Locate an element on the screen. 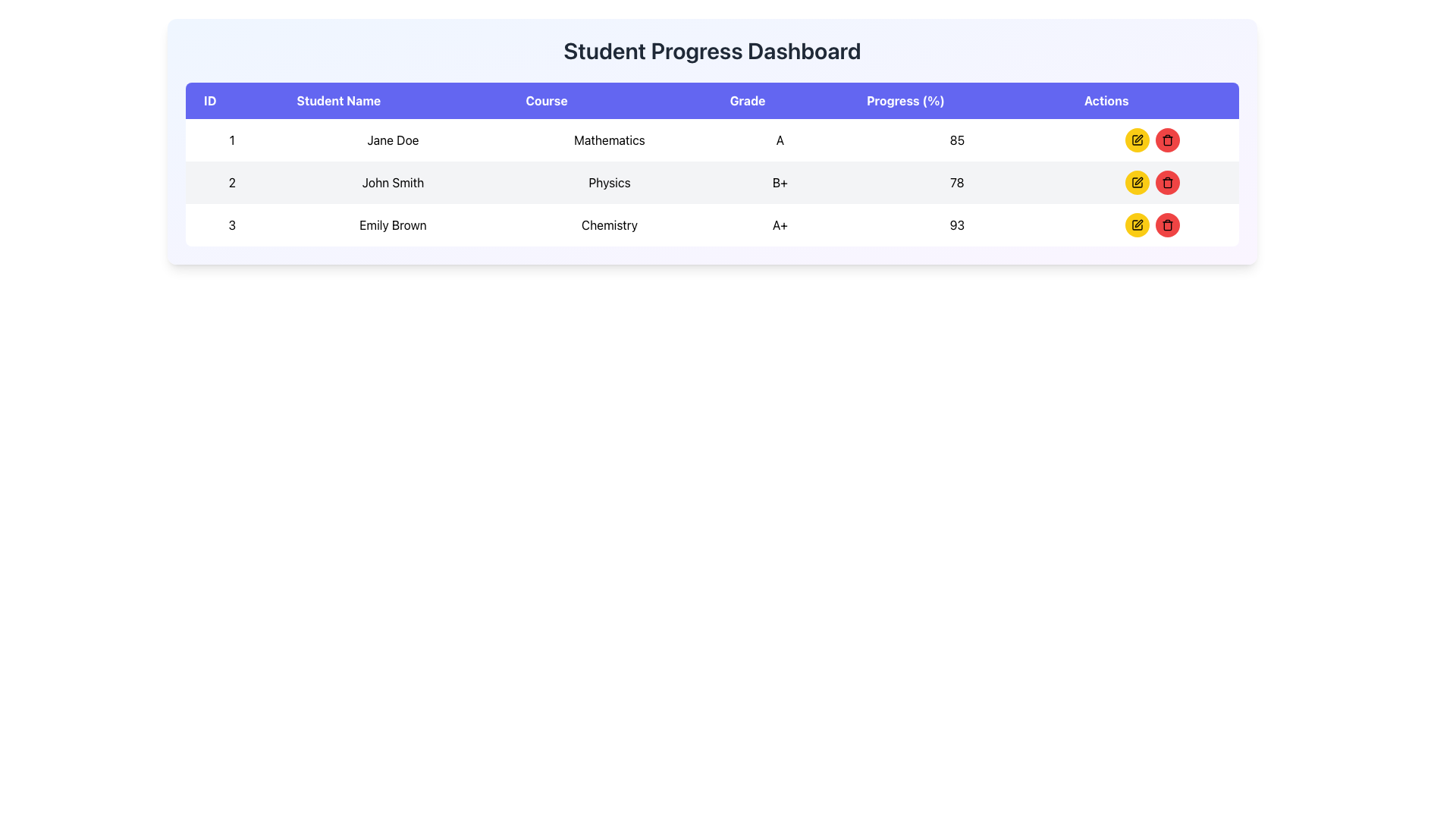 This screenshot has height=819, width=1456. the 'Edit' button in the 'Actions' column of the first row is located at coordinates (1137, 140).